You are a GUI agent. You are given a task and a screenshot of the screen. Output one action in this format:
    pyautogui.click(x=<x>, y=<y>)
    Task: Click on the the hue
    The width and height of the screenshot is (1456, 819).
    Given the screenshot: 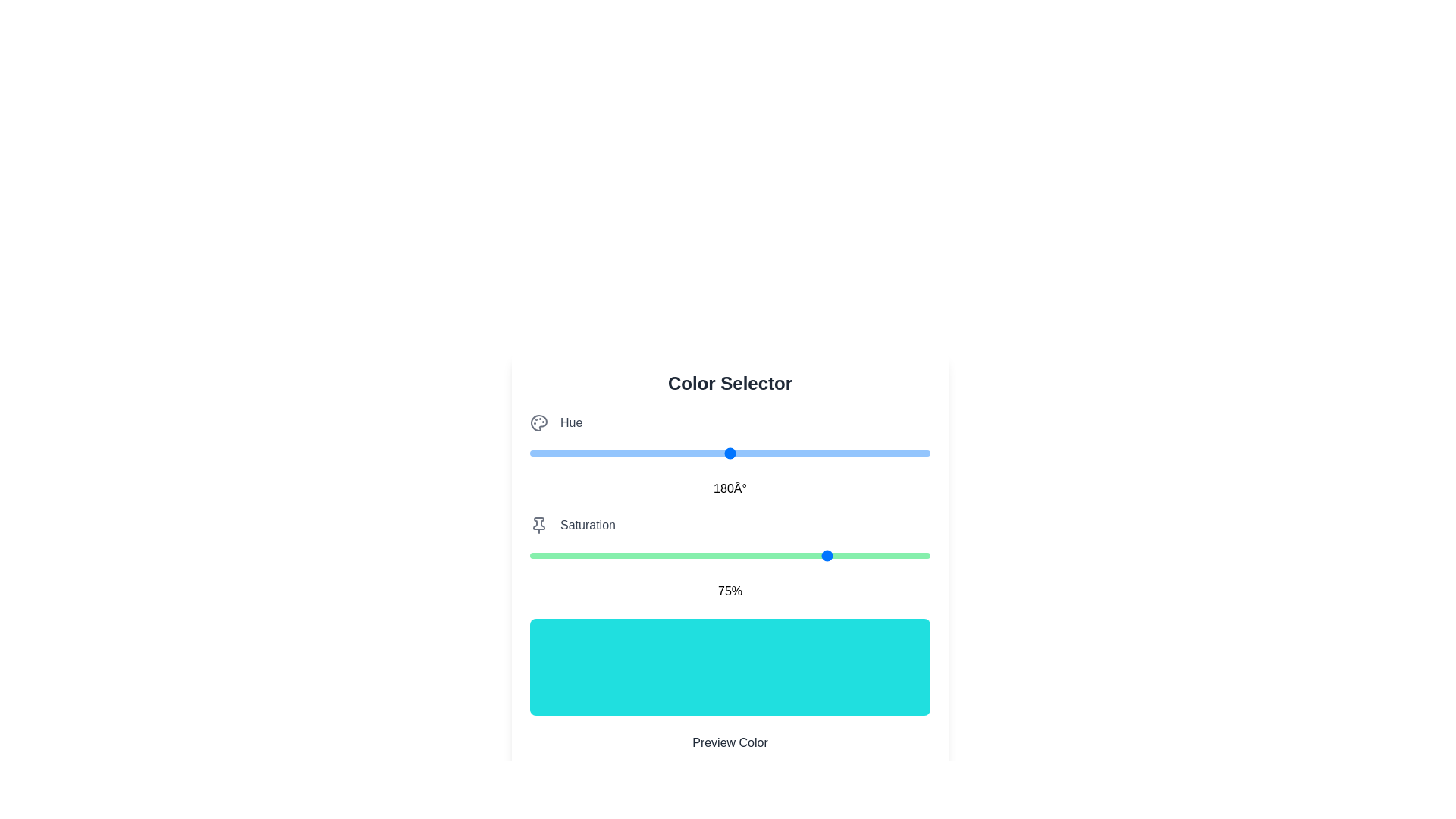 What is the action you would take?
    pyautogui.click(x=592, y=452)
    